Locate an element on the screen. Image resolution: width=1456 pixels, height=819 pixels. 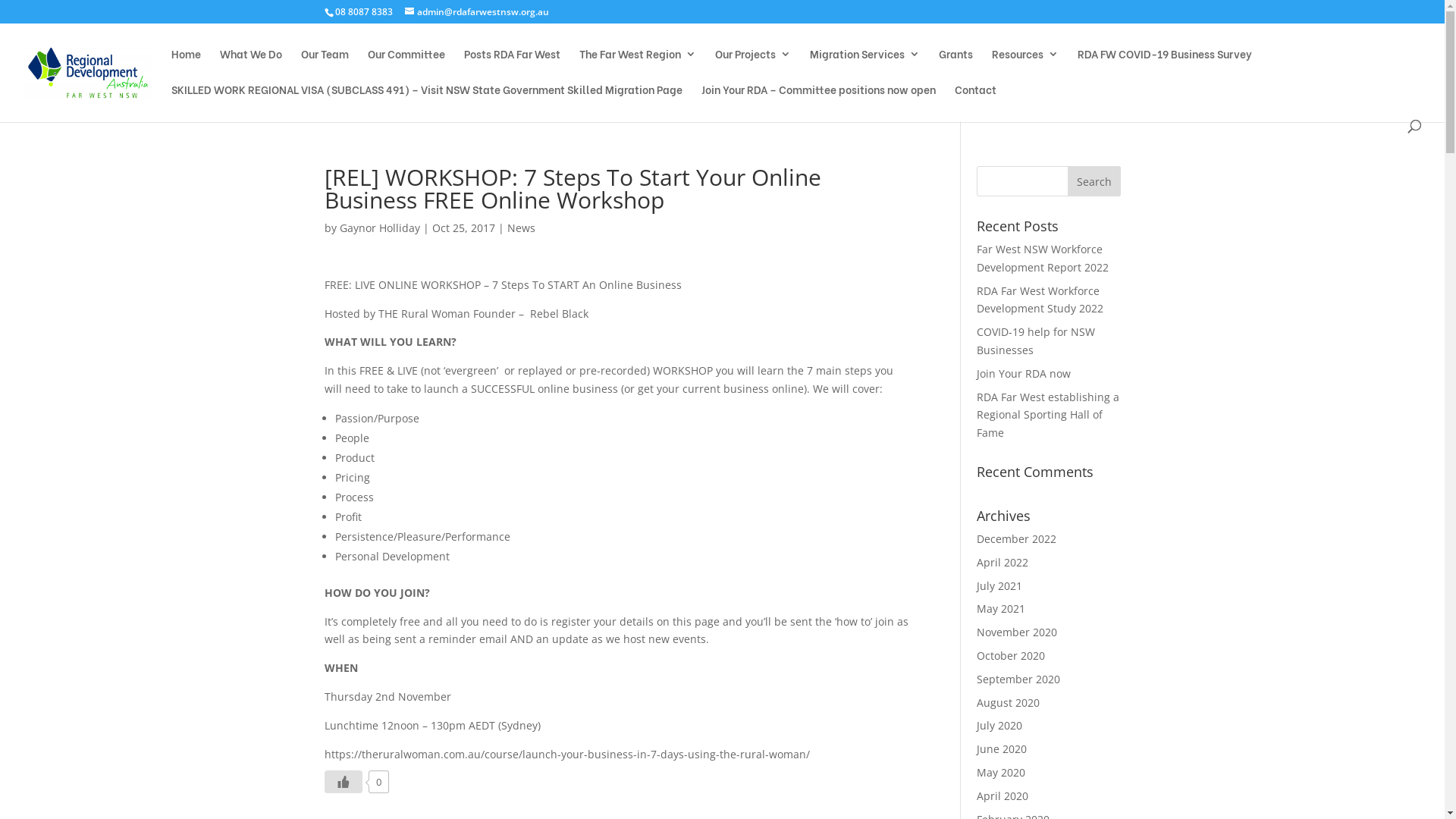
'April 2022' is located at coordinates (1002, 562).